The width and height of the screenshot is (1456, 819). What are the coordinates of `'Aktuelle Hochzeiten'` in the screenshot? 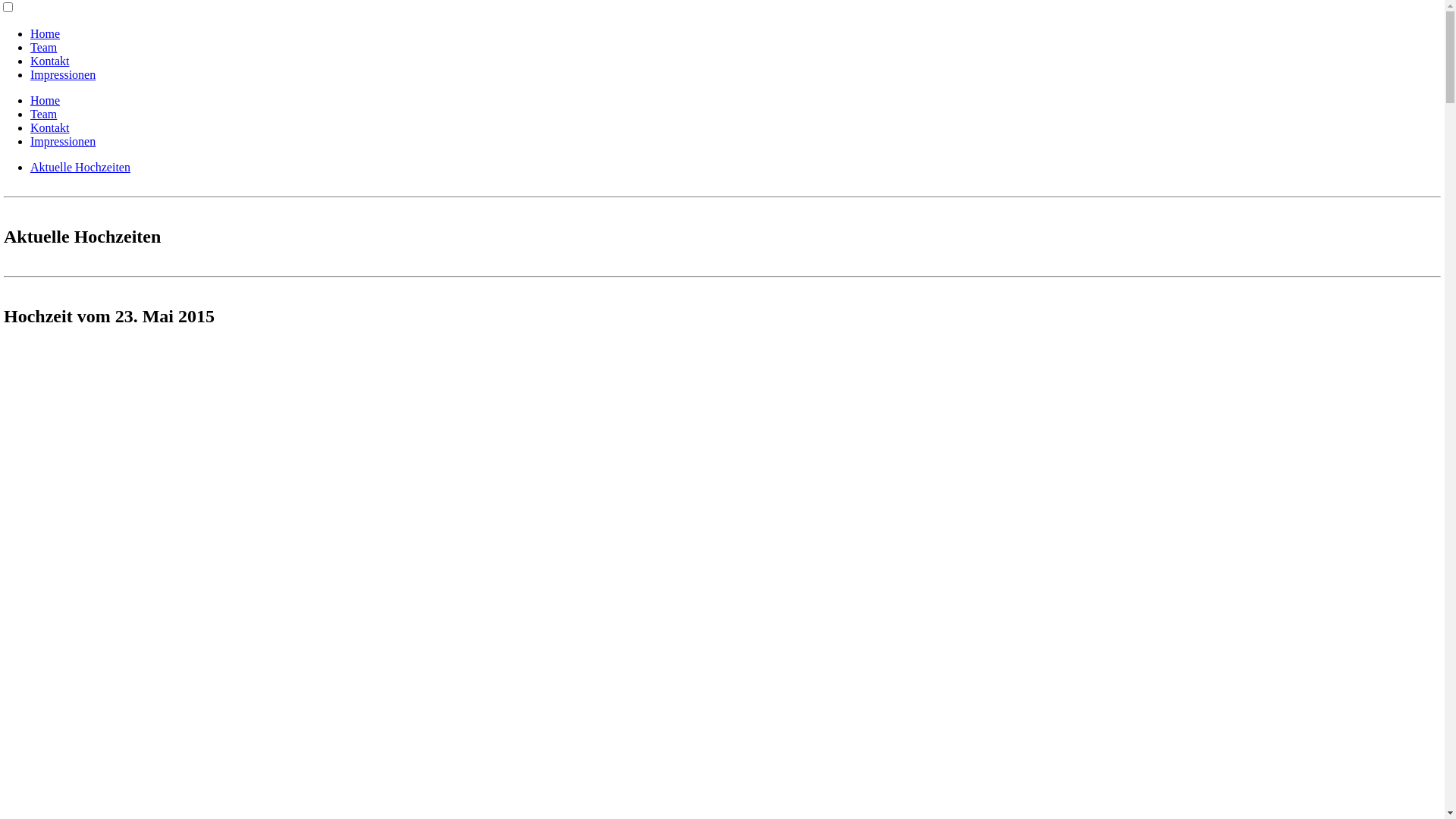 It's located at (79, 167).